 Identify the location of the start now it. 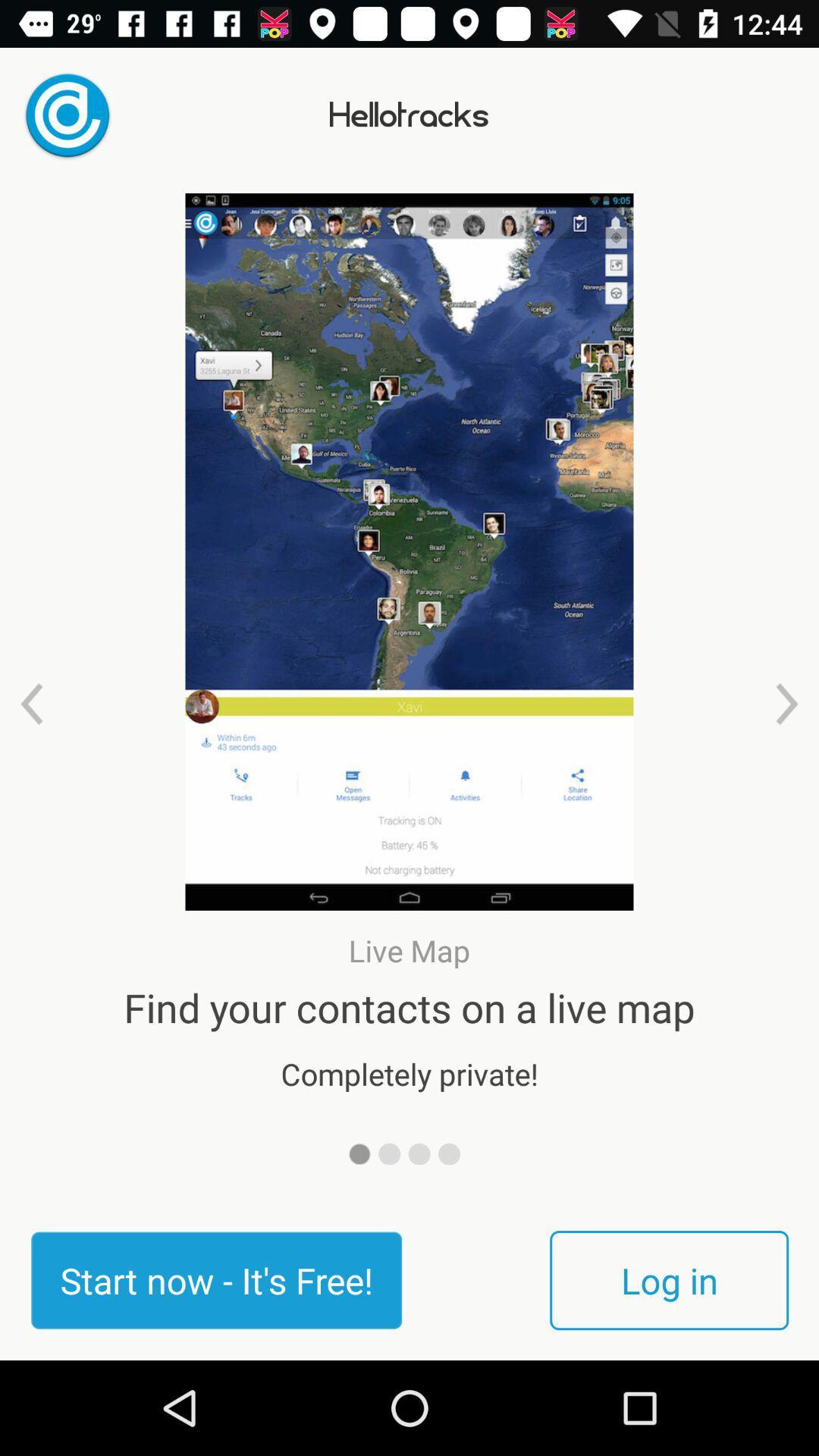
(216, 1279).